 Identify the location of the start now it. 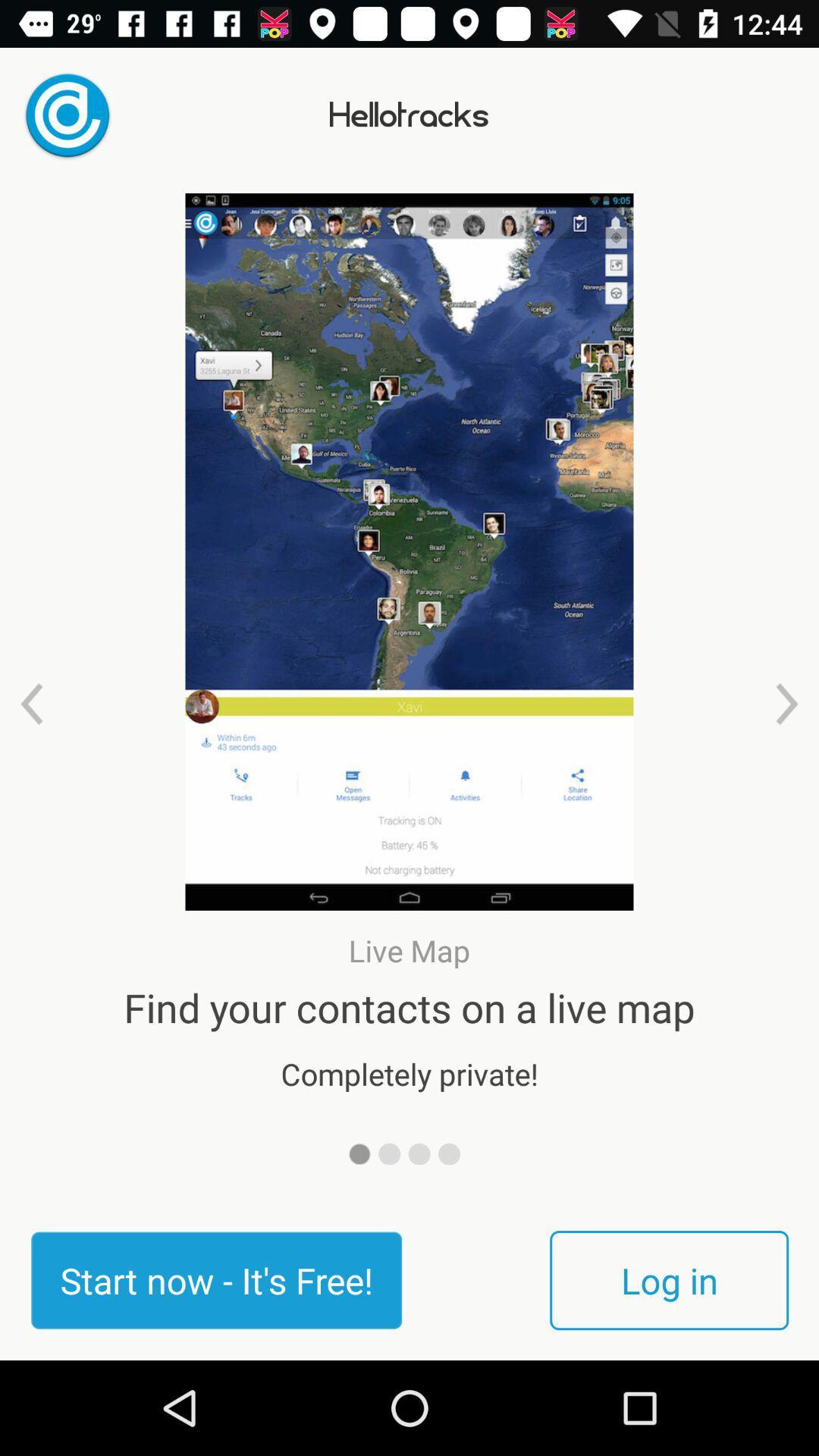
(216, 1279).